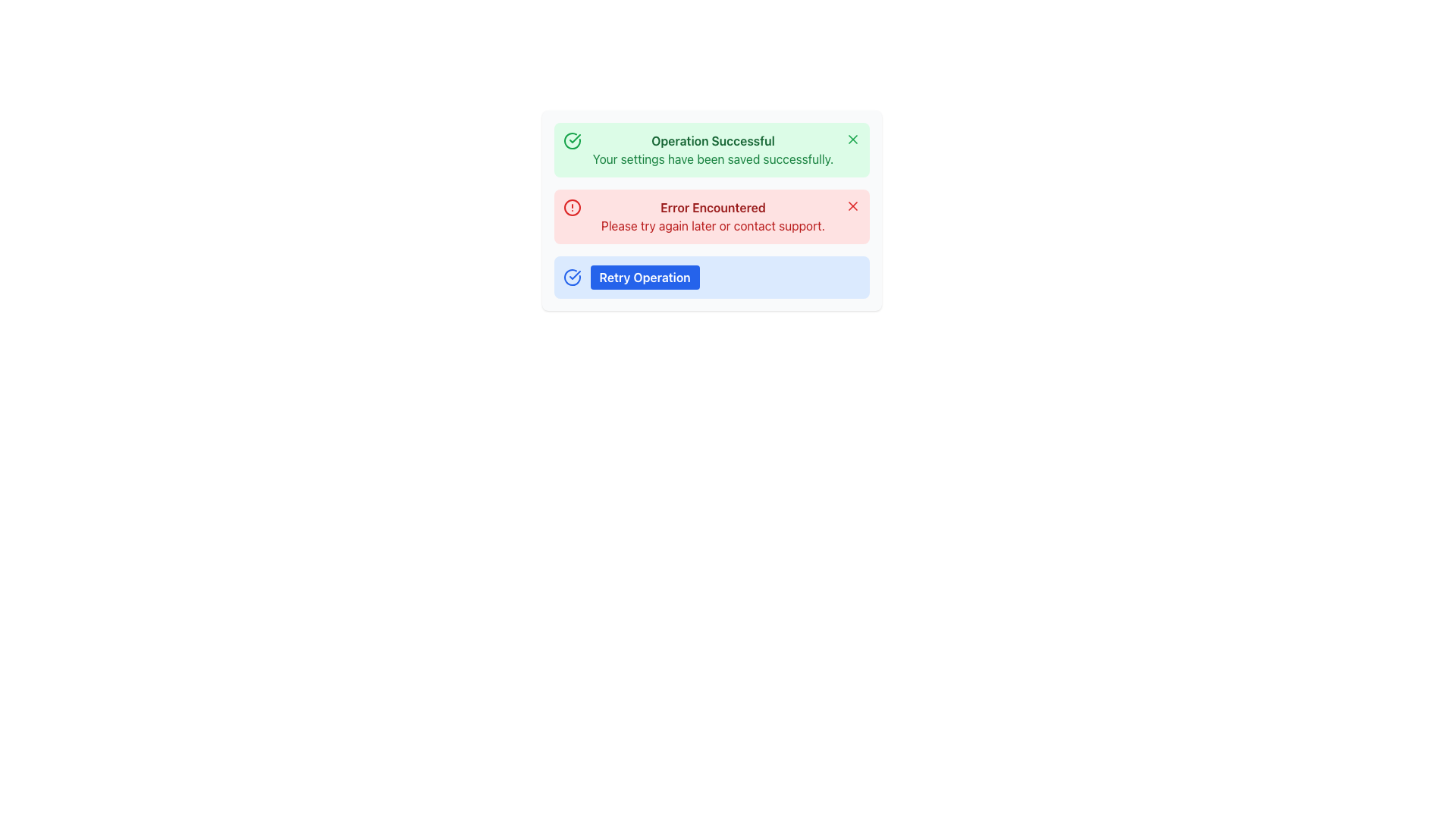 The height and width of the screenshot is (819, 1456). Describe the element at coordinates (712, 207) in the screenshot. I see `the static text element that displays a warning or error message, located in the middle section of the notification group, within a light red notification box` at that location.